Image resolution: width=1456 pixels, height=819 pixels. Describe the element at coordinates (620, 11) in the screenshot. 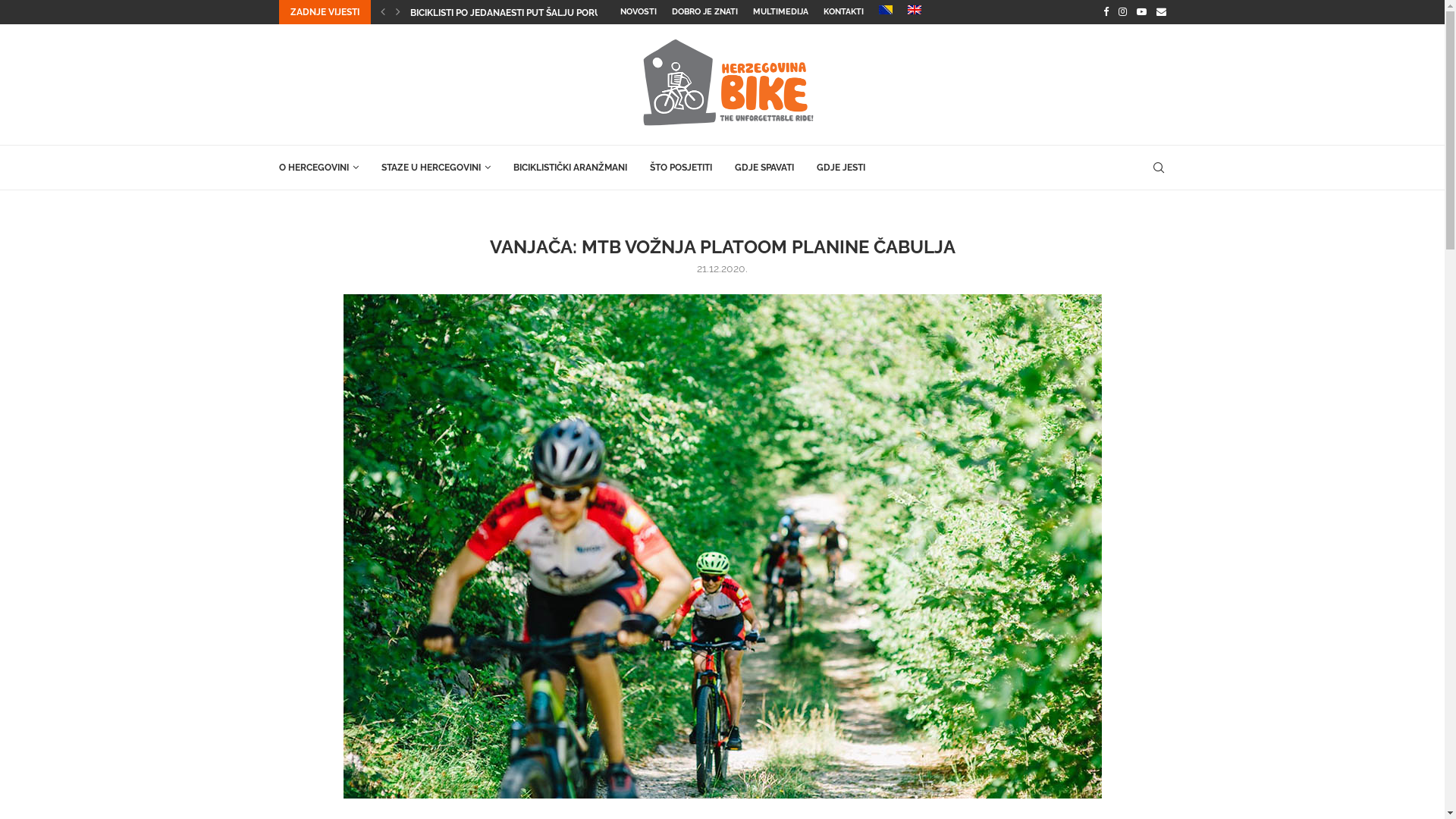

I see `'NOVOSTI'` at that location.